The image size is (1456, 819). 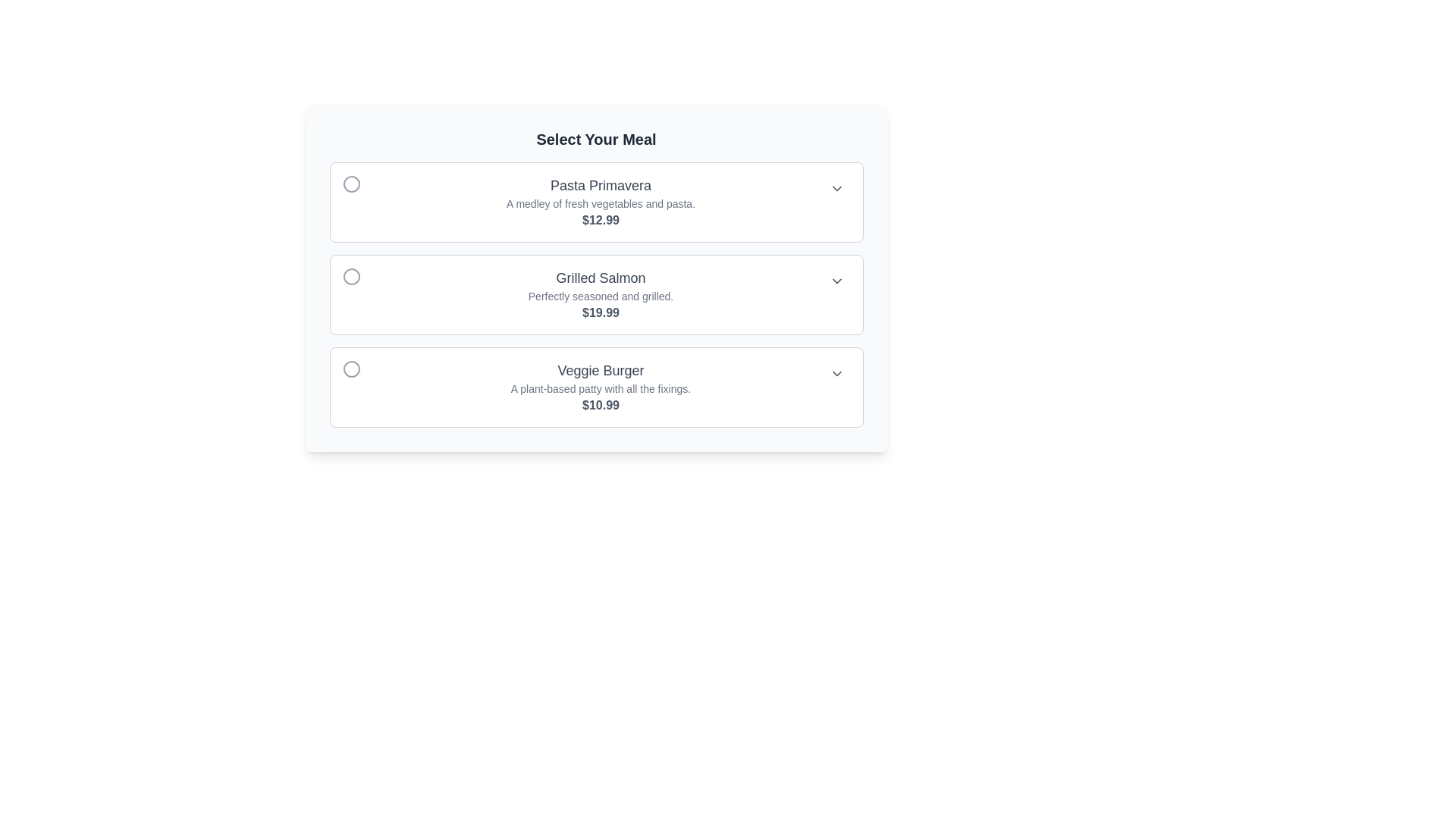 I want to click on the meal options within the 'Select Your Meal' card-like UI component, so click(x=595, y=278).